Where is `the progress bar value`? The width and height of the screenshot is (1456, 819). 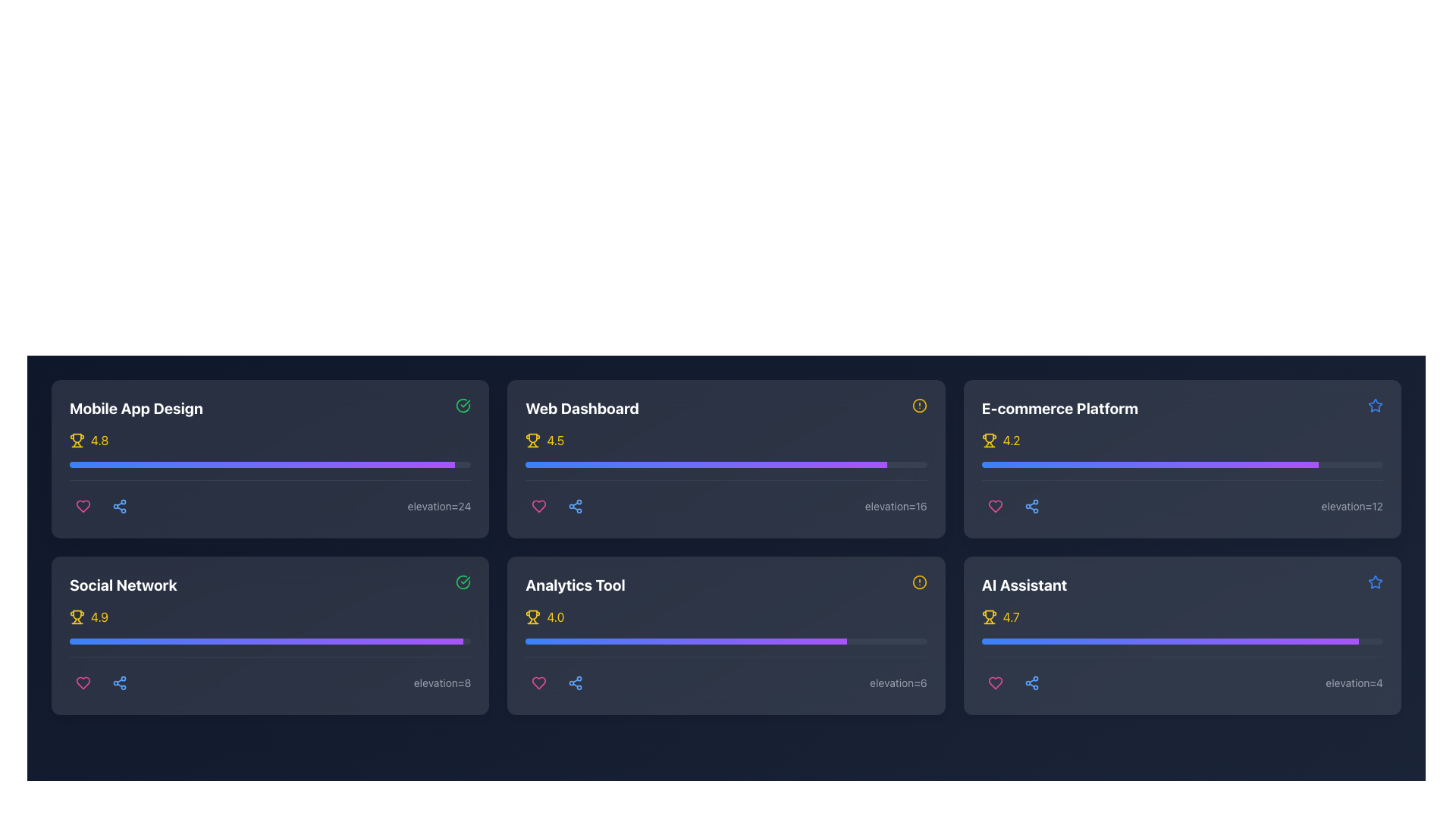 the progress bar value is located at coordinates (1277, 464).